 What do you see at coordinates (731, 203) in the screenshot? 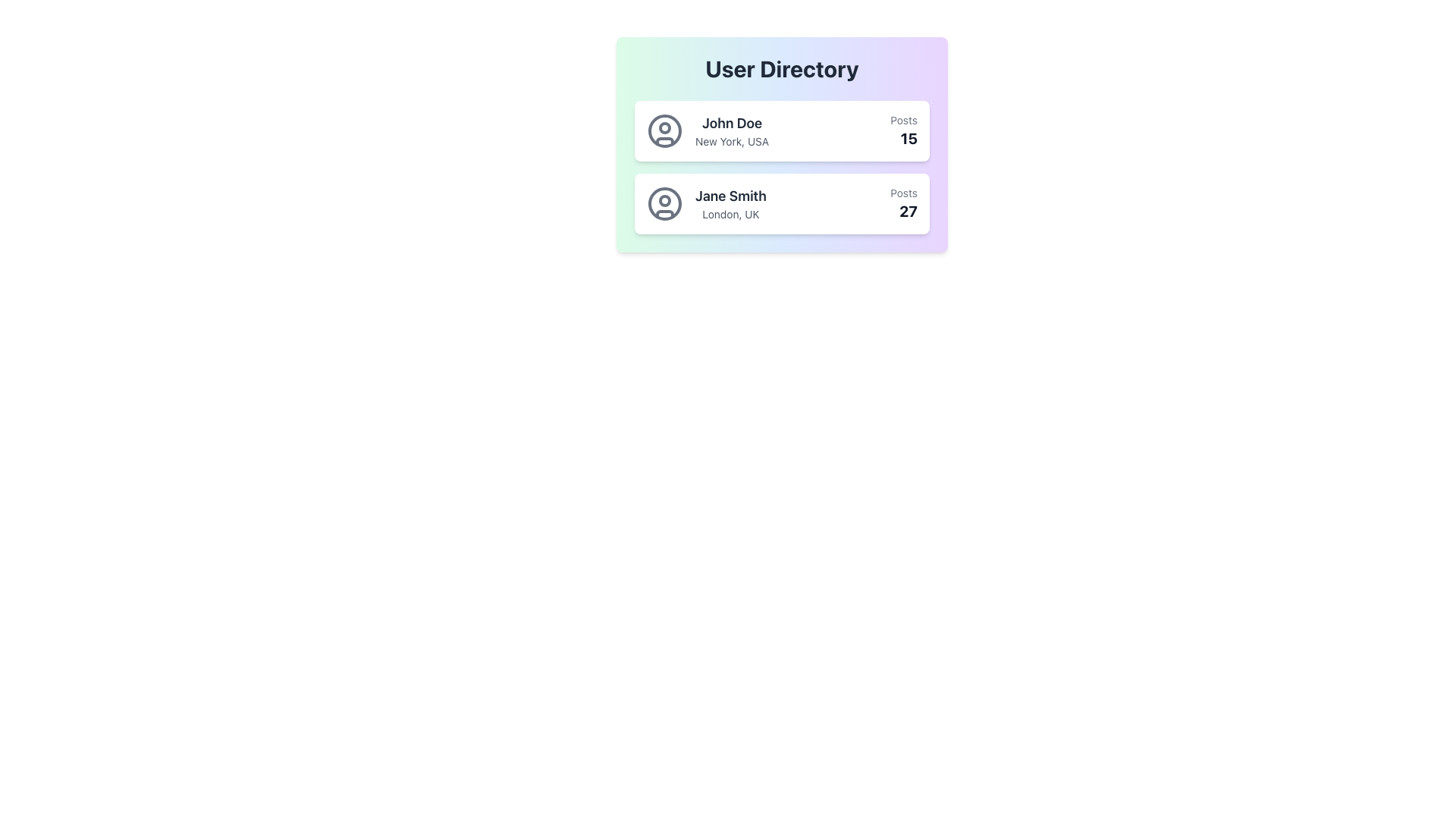
I see `information displayed in the text block containing 'Jane Smith' and 'London, UK' located in the User Directory section` at bounding box center [731, 203].